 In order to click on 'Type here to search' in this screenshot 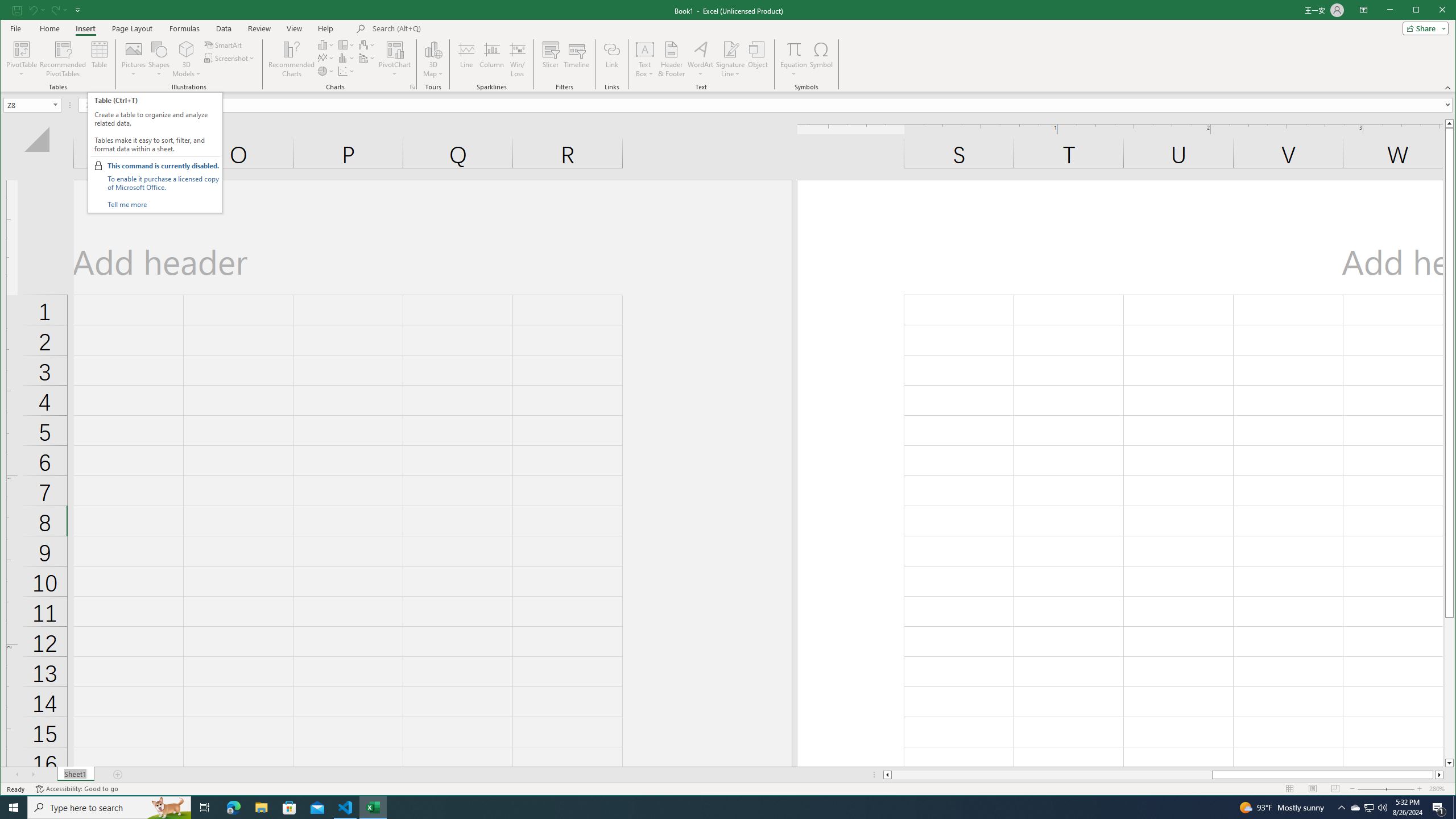, I will do `click(109, 806)`.